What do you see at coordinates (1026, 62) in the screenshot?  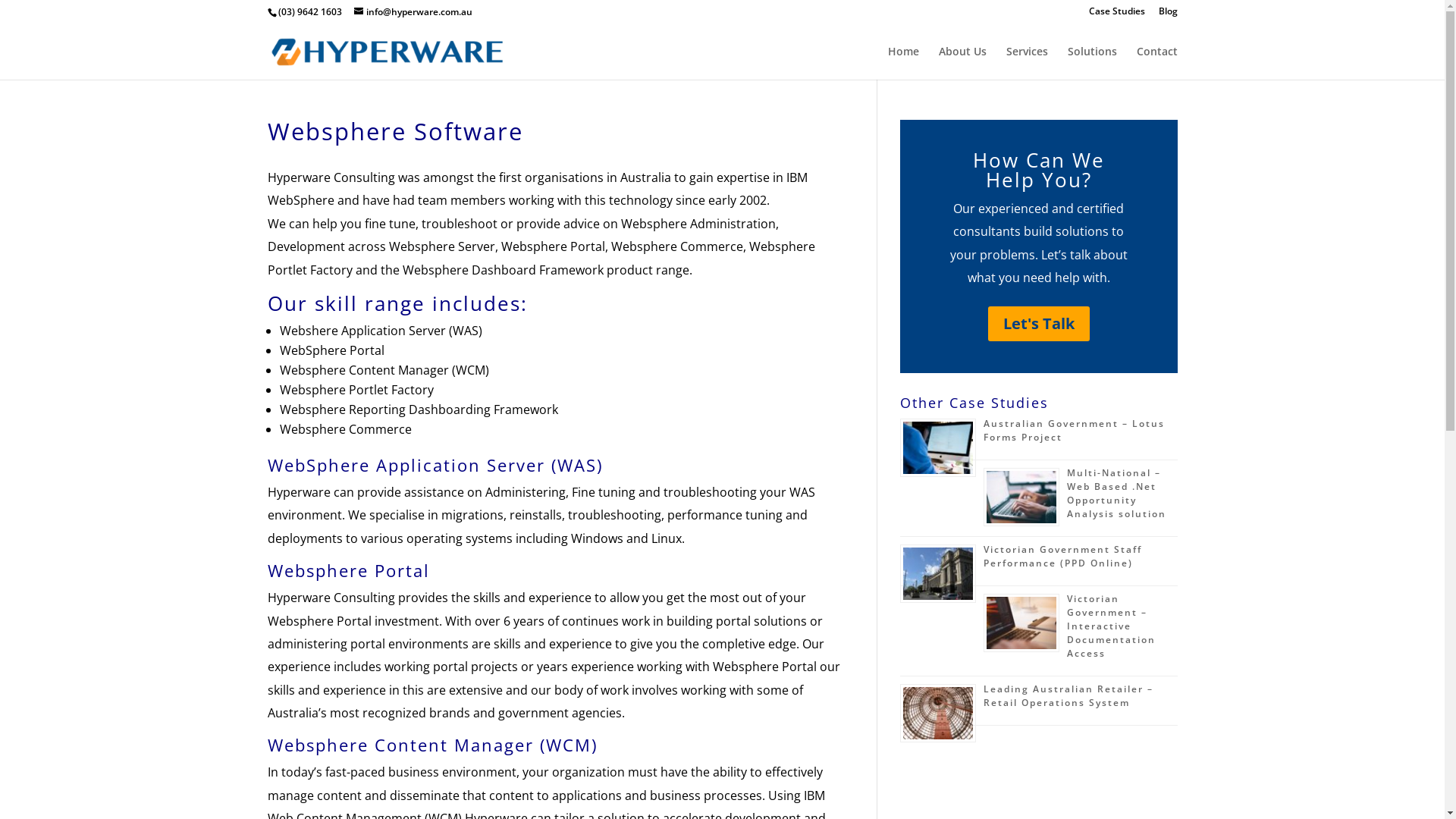 I see `'Services'` at bounding box center [1026, 62].